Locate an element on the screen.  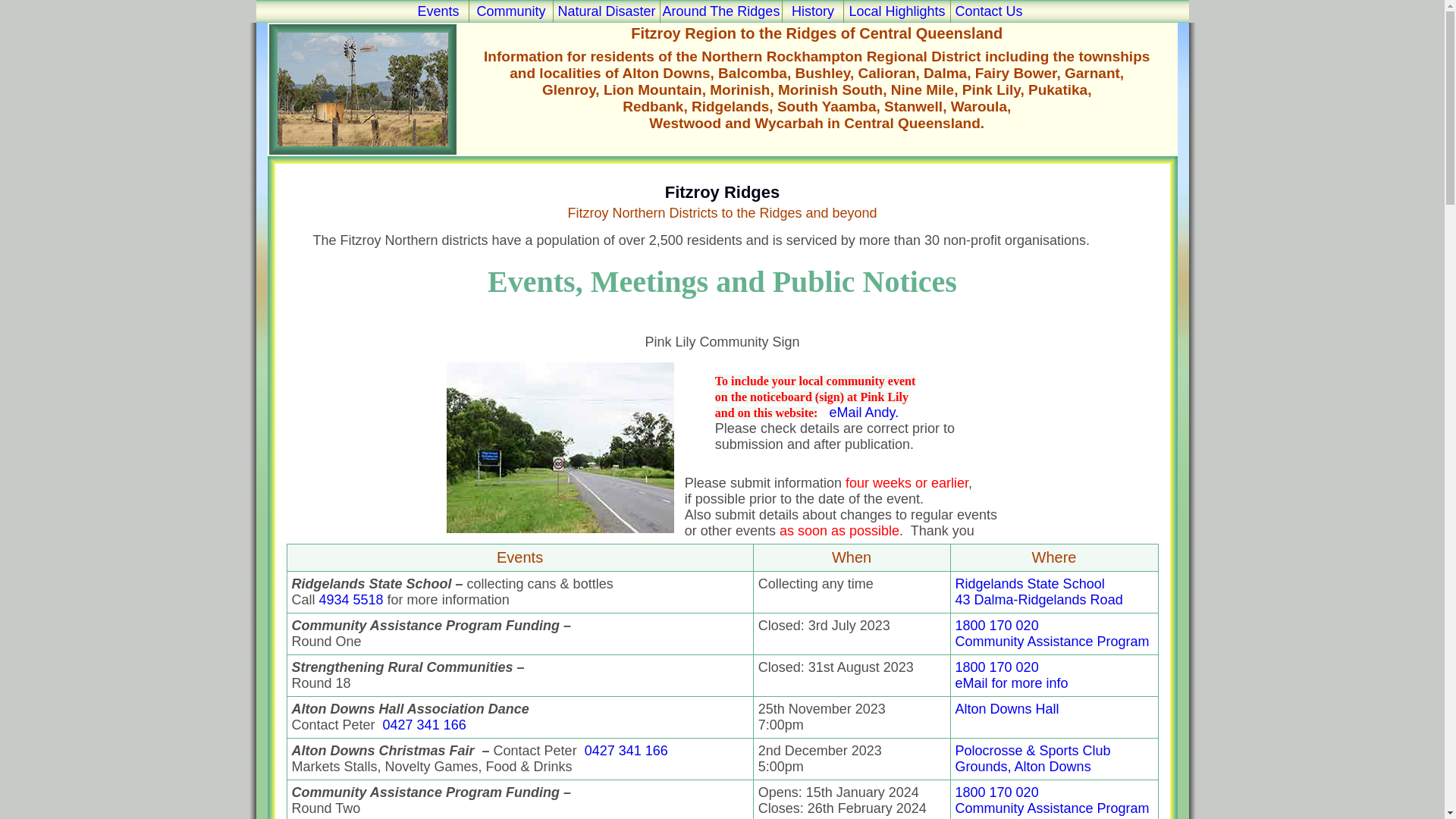
'1800 170 020' is located at coordinates (997, 626).